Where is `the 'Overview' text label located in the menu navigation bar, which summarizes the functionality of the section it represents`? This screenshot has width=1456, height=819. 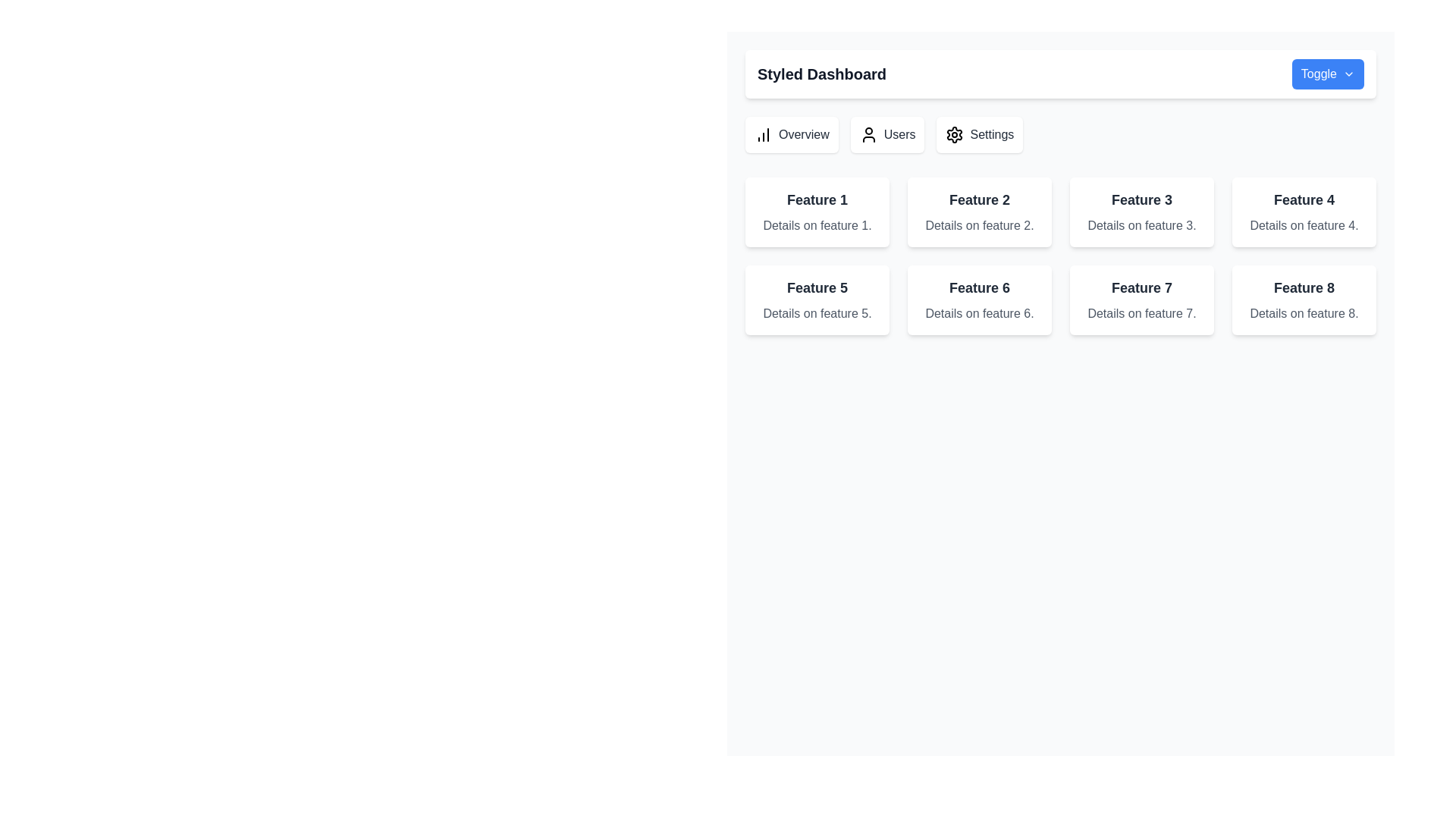 the 'Overview' text label located in the menu navigation bar, which summarizes the functionality of the section it represents is located at coordinates (803, 133).